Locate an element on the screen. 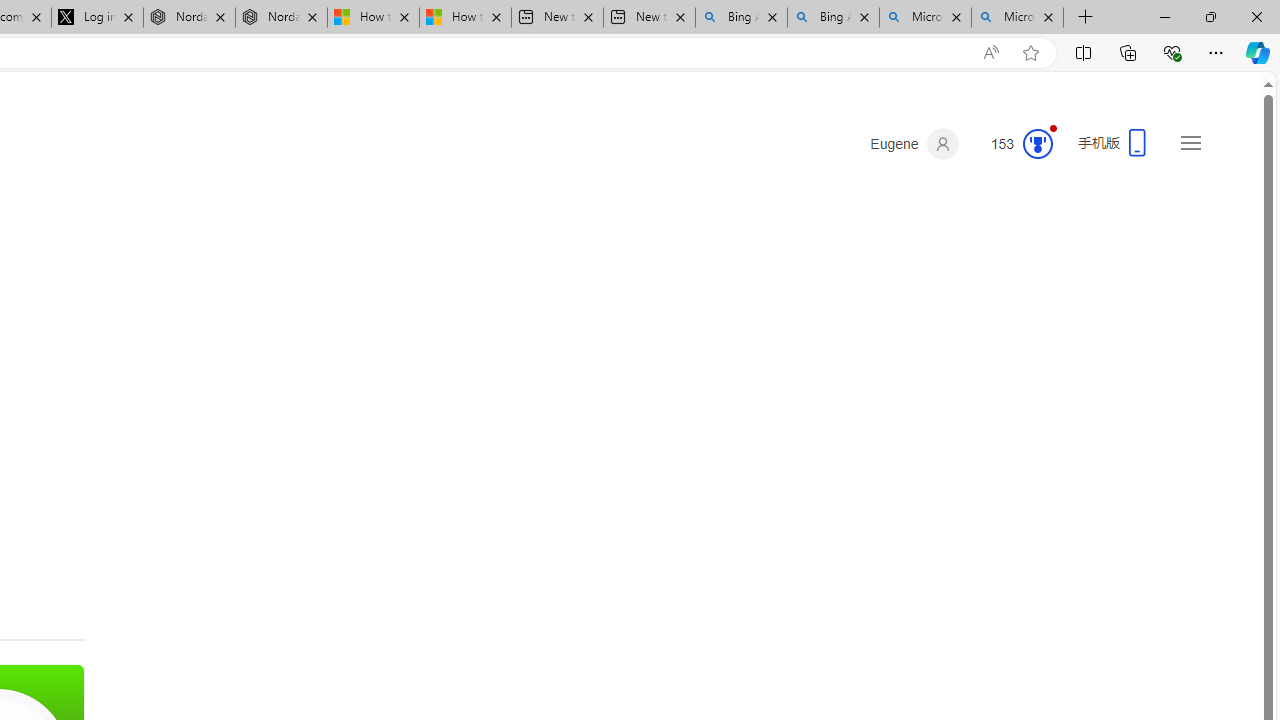 This screenshot has height=720, width=1280. 'Log in to X / X' is located at coordinates (96, 17).